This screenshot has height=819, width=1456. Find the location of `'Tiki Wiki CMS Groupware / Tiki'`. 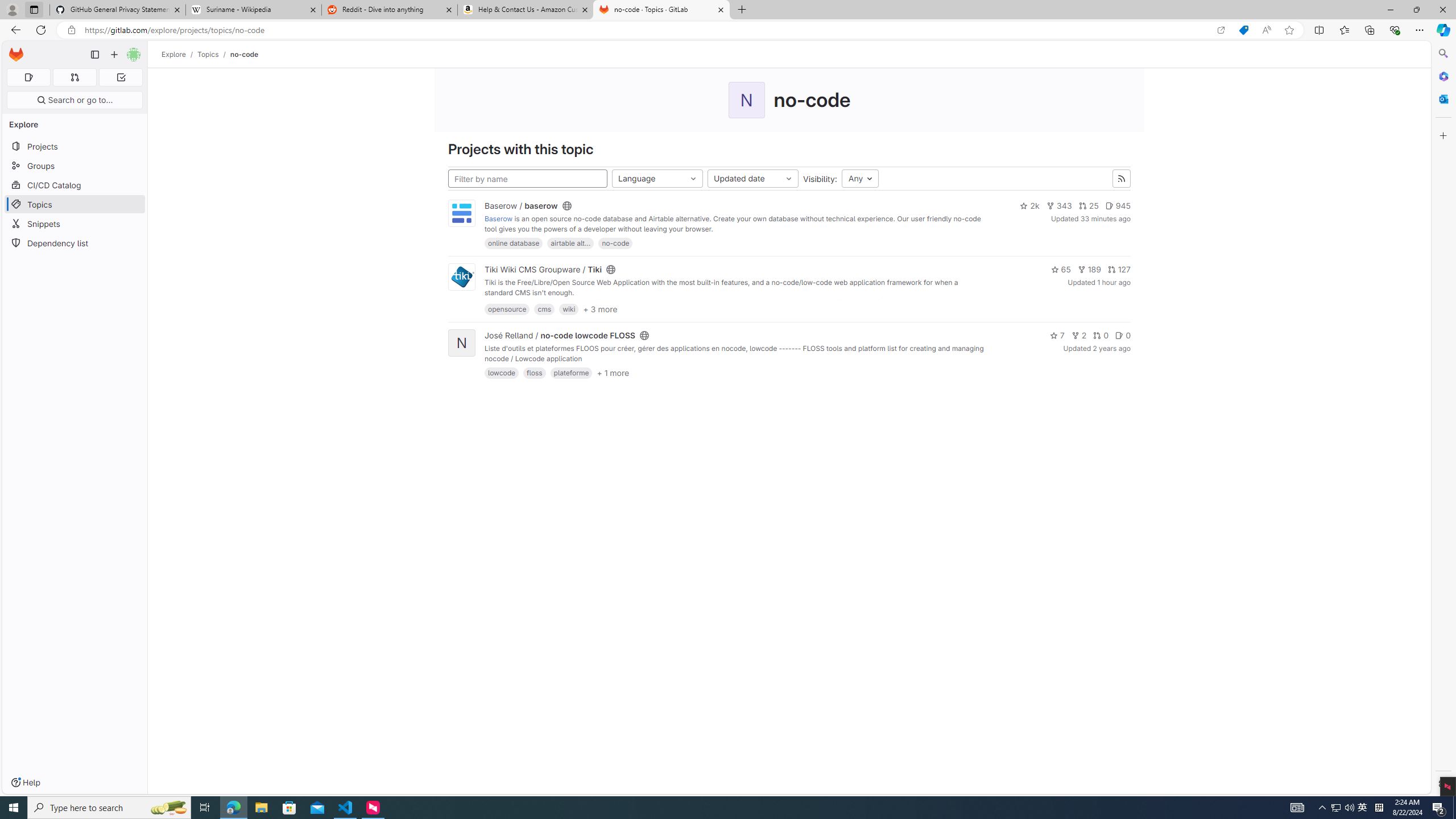

'Tiki Wiki CMS Groupware / Tiki' is located at coordinates (543, 268).